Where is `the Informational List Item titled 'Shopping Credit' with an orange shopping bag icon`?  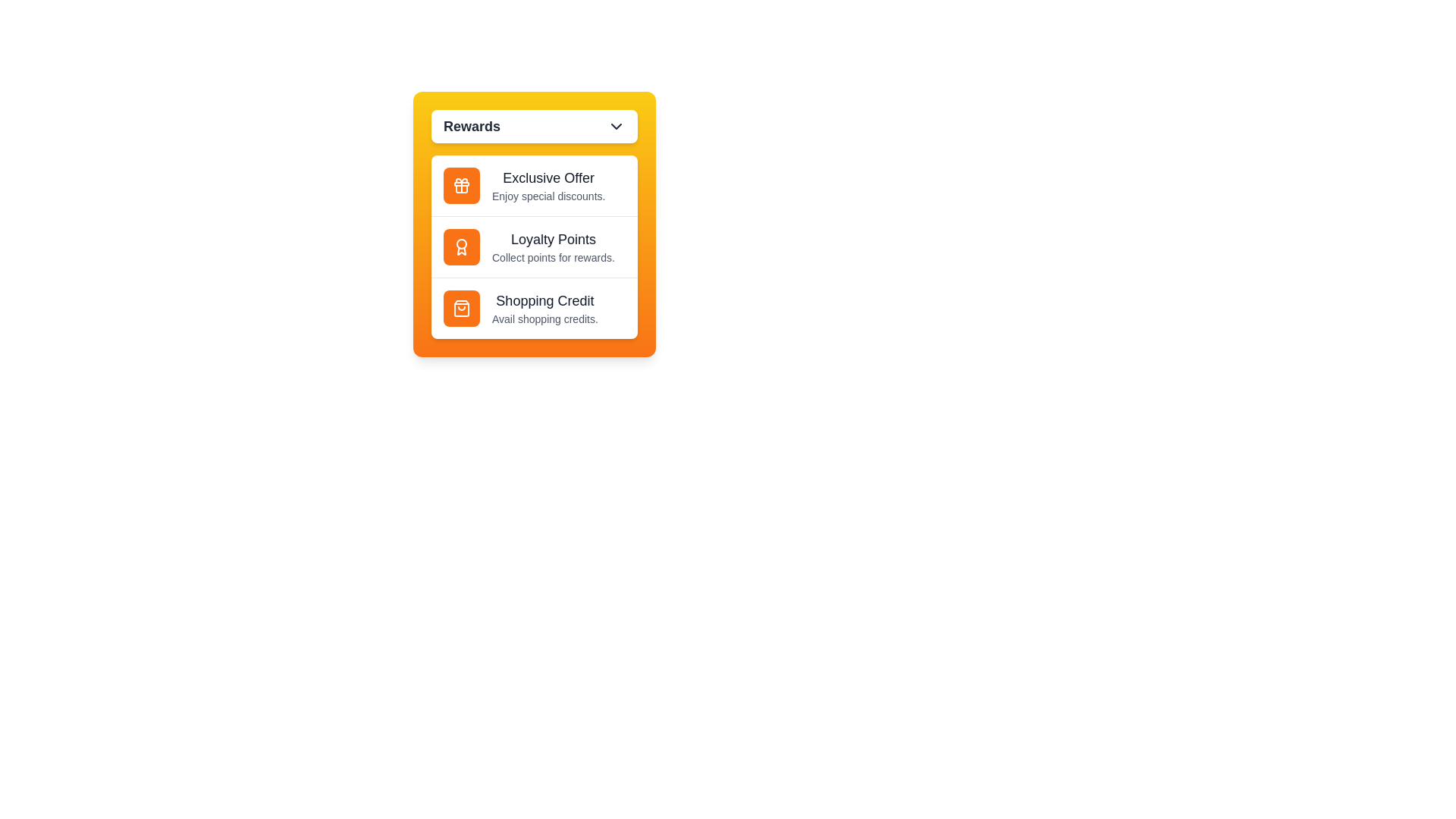 the Informational List Item titled 'Shopping Credit' with an orange shopping bag icon is located at coordinates (535, 307).